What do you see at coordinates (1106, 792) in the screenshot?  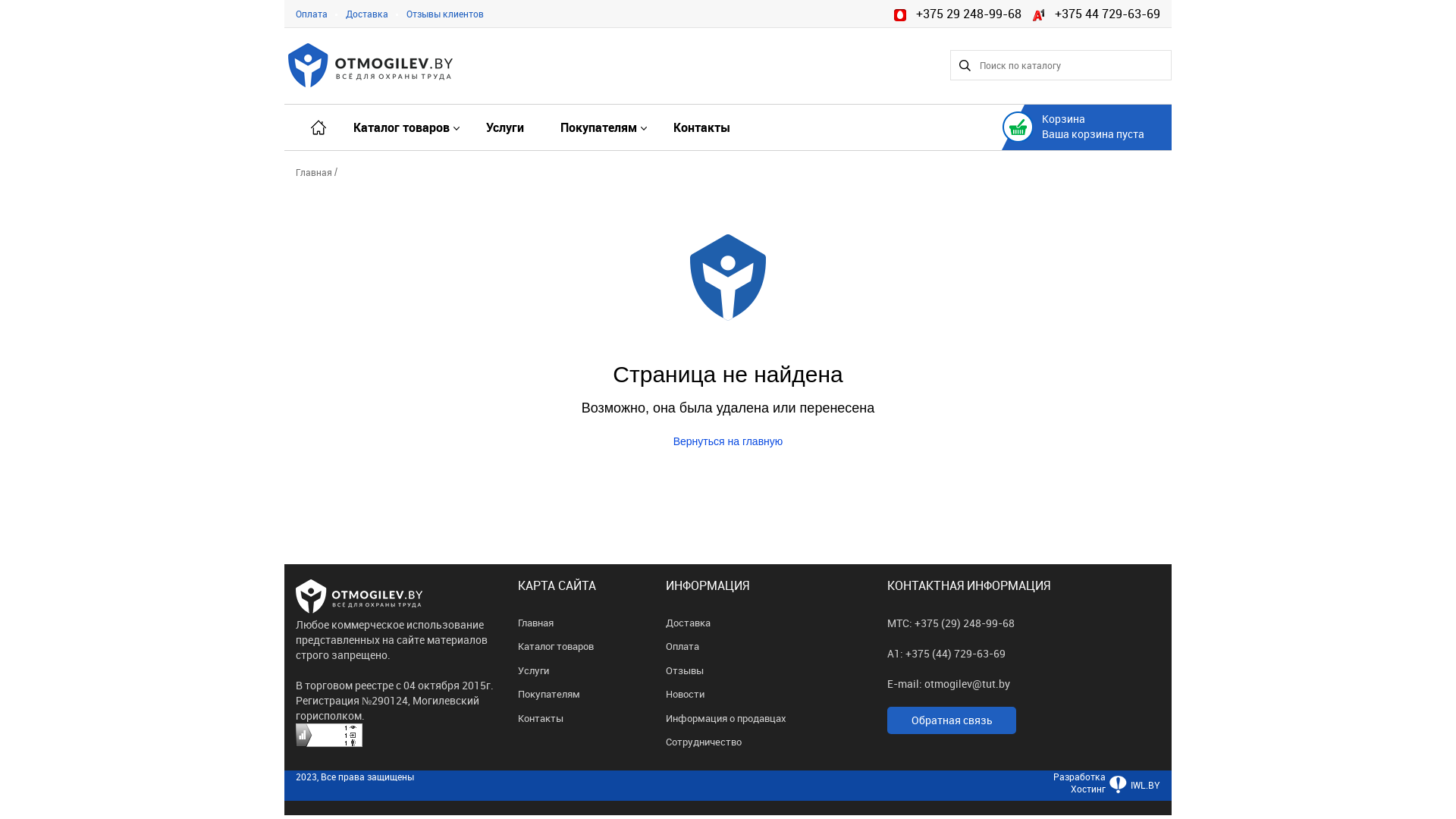 I see `'IWL.BY'` at bounding box center [1106, 792].